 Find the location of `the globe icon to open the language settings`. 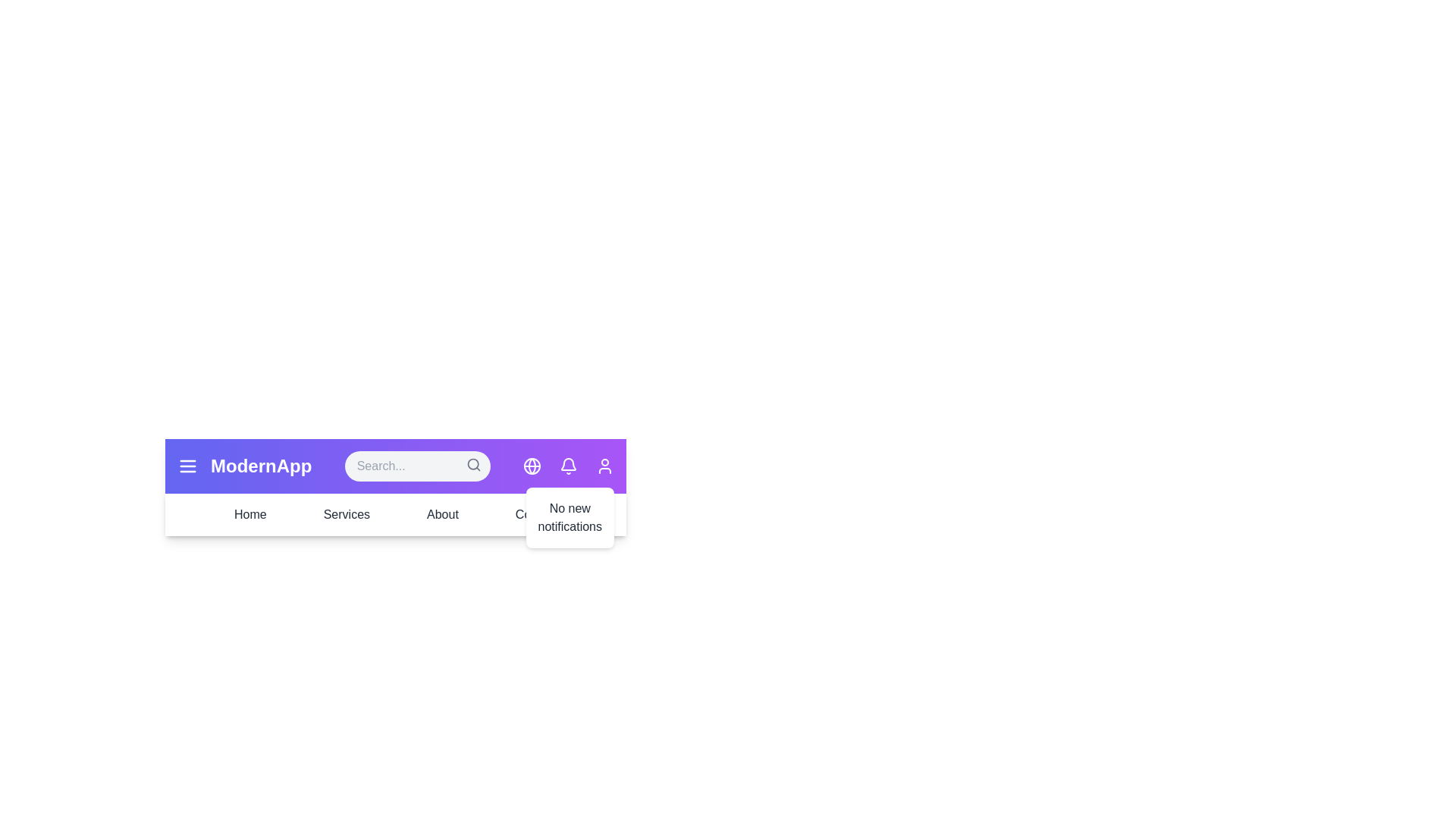

the globe icon to open the language settings is located at coordinates (532, 465).